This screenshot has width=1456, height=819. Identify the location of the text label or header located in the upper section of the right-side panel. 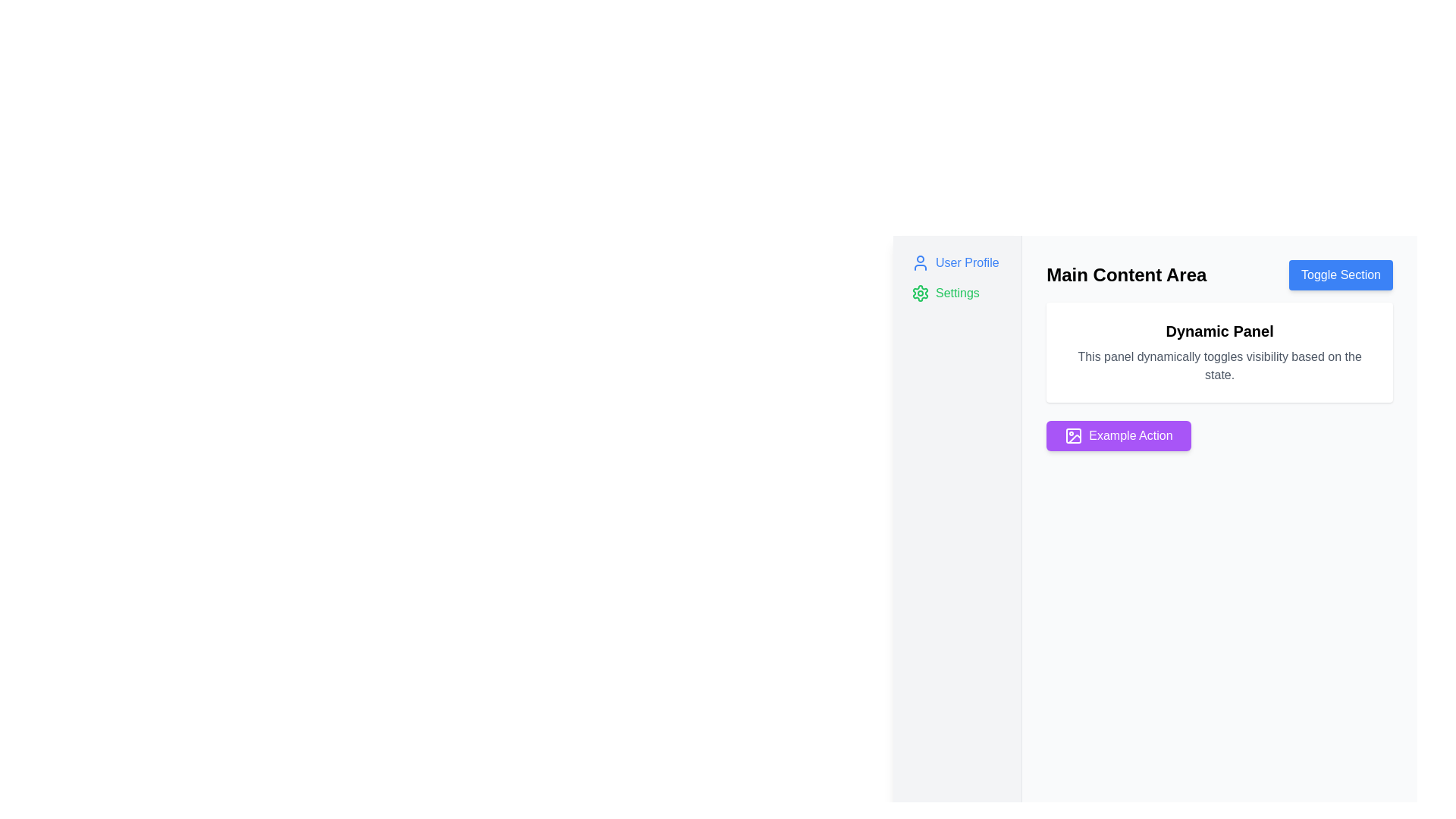
(1126, 275).